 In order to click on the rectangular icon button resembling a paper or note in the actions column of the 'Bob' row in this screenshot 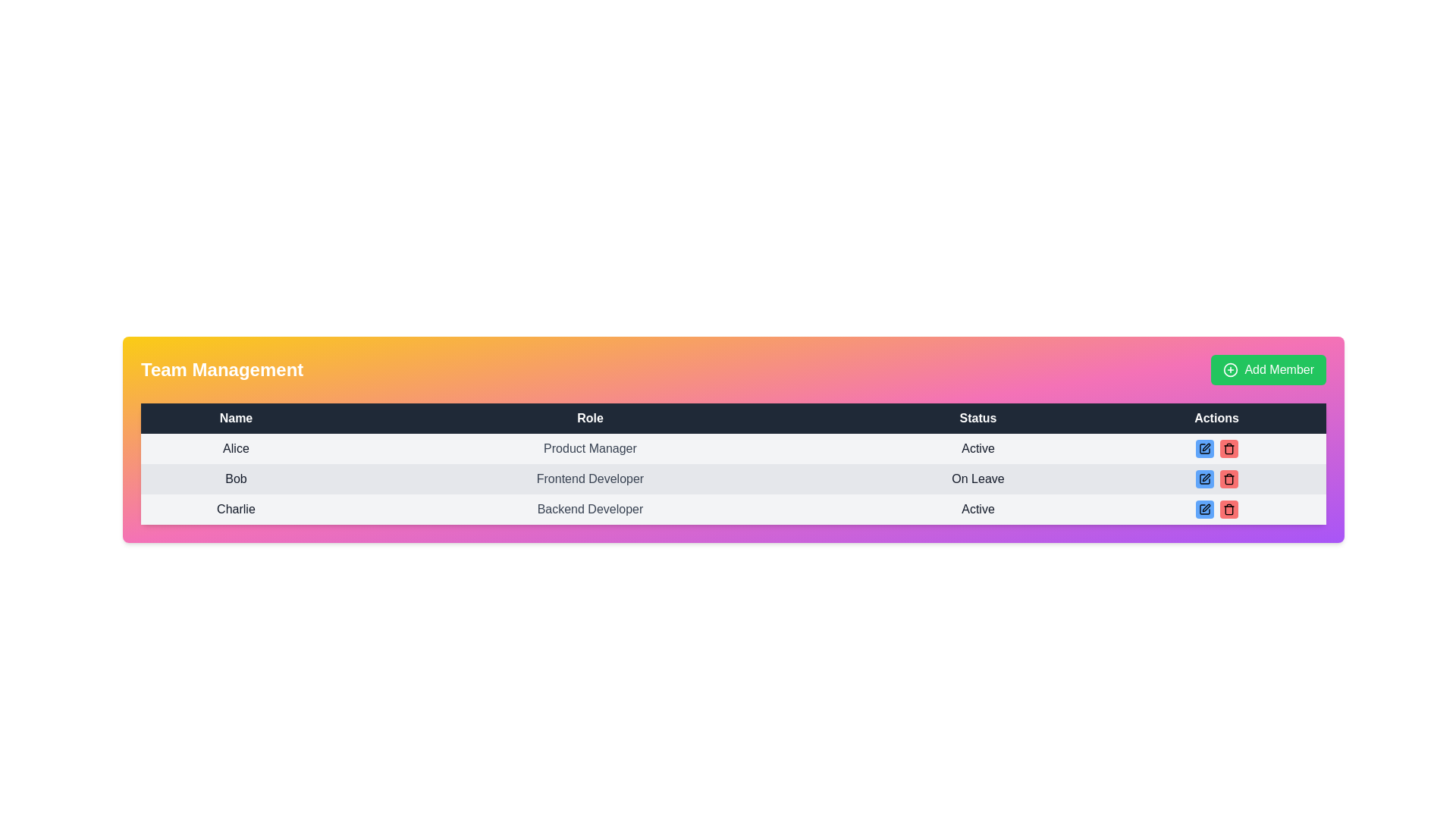, I will do `click(1203, 479)`.